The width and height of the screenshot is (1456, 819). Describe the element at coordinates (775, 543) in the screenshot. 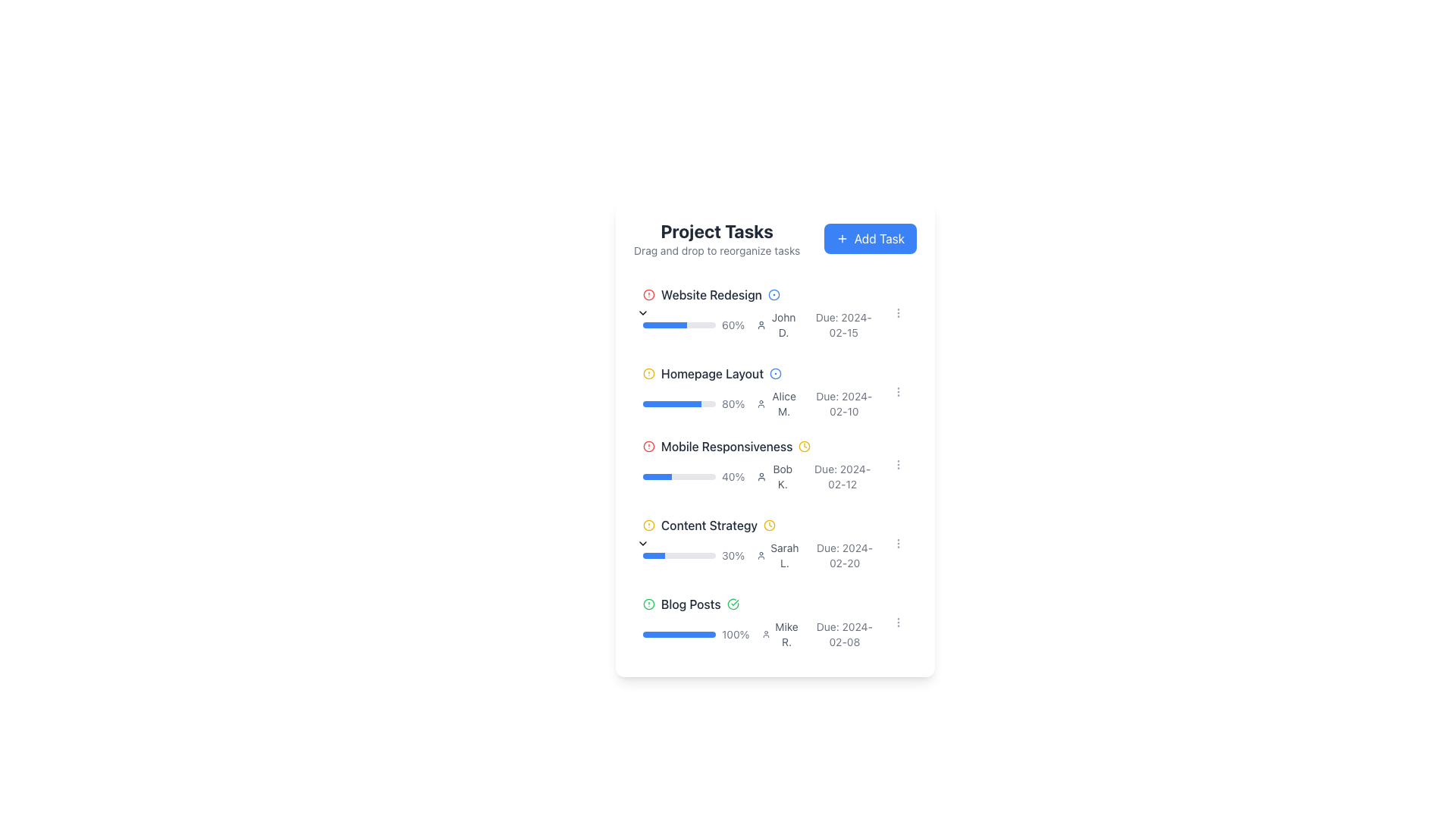

I see `the task item labeled 'Content Strategy'` at that location.